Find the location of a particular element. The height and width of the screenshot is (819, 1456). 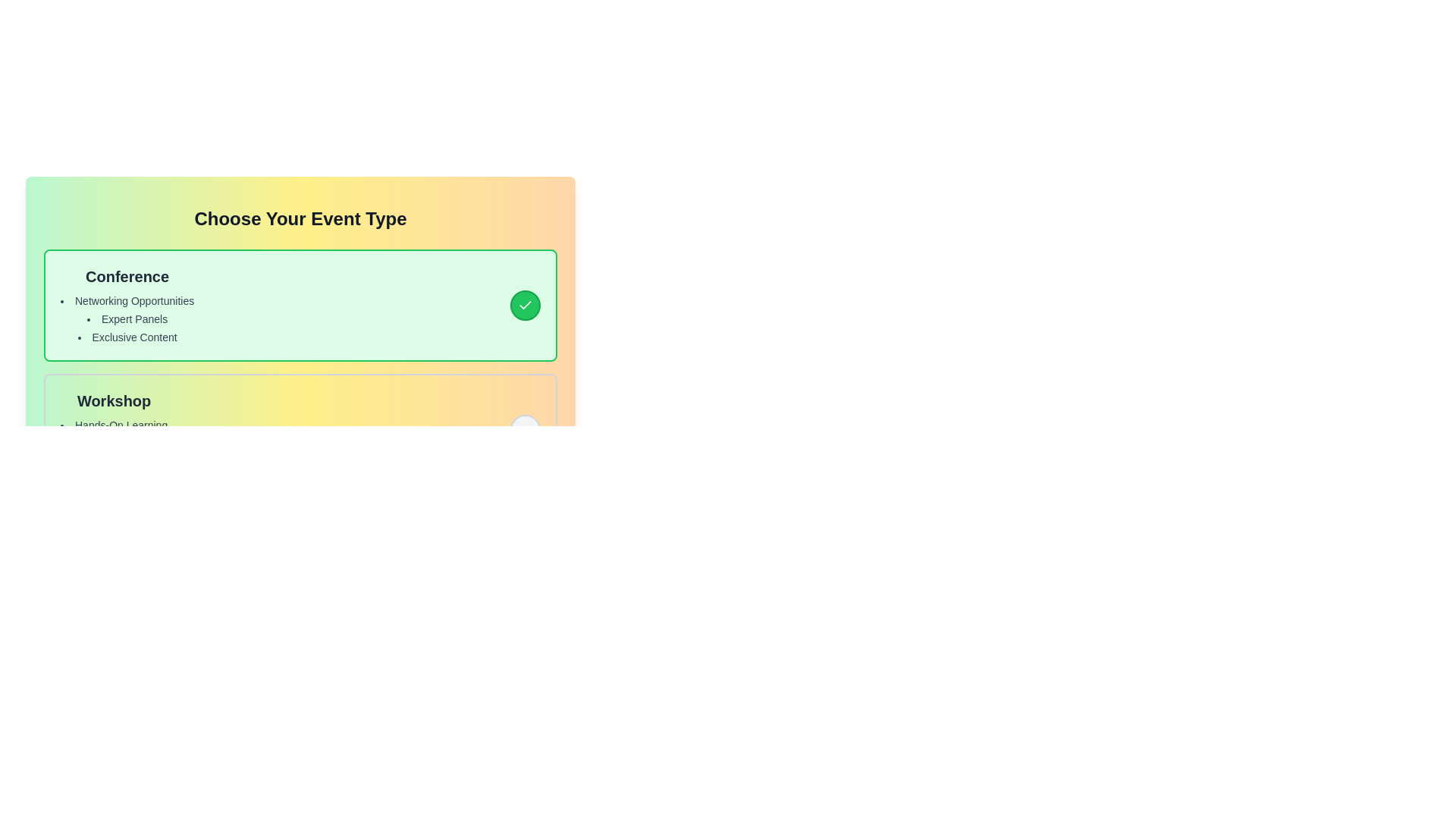

the 'Networking Opportunities' label in the bulleted list under the 'Conference' section, which is styled in gray and positioned within a green-bordered box is located at coordinates (127, 301).